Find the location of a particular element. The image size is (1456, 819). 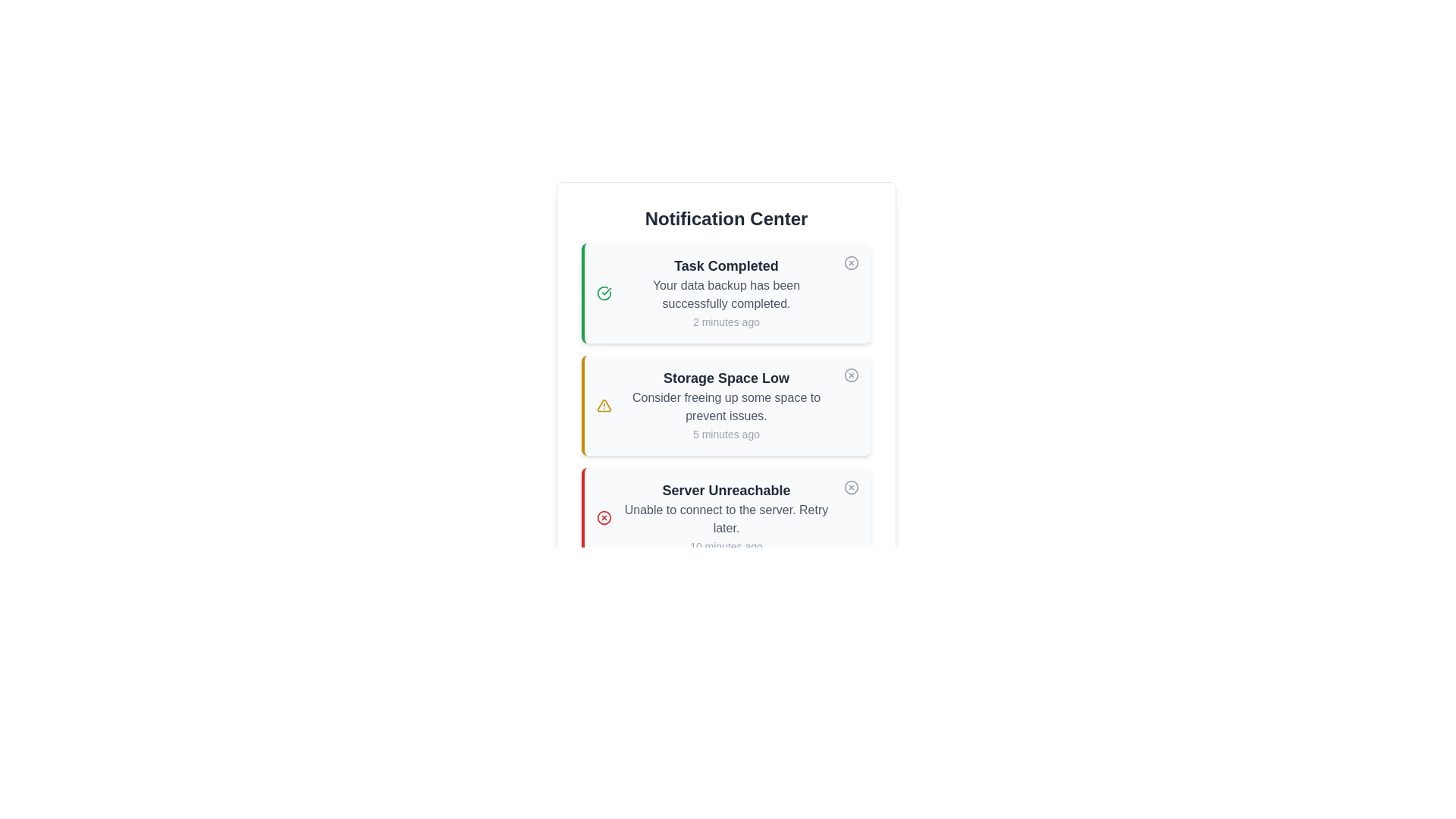

the error icon indicating 'Server Unreachable', located to the left of the corresponding notification text is located at coordinates (603, 516).